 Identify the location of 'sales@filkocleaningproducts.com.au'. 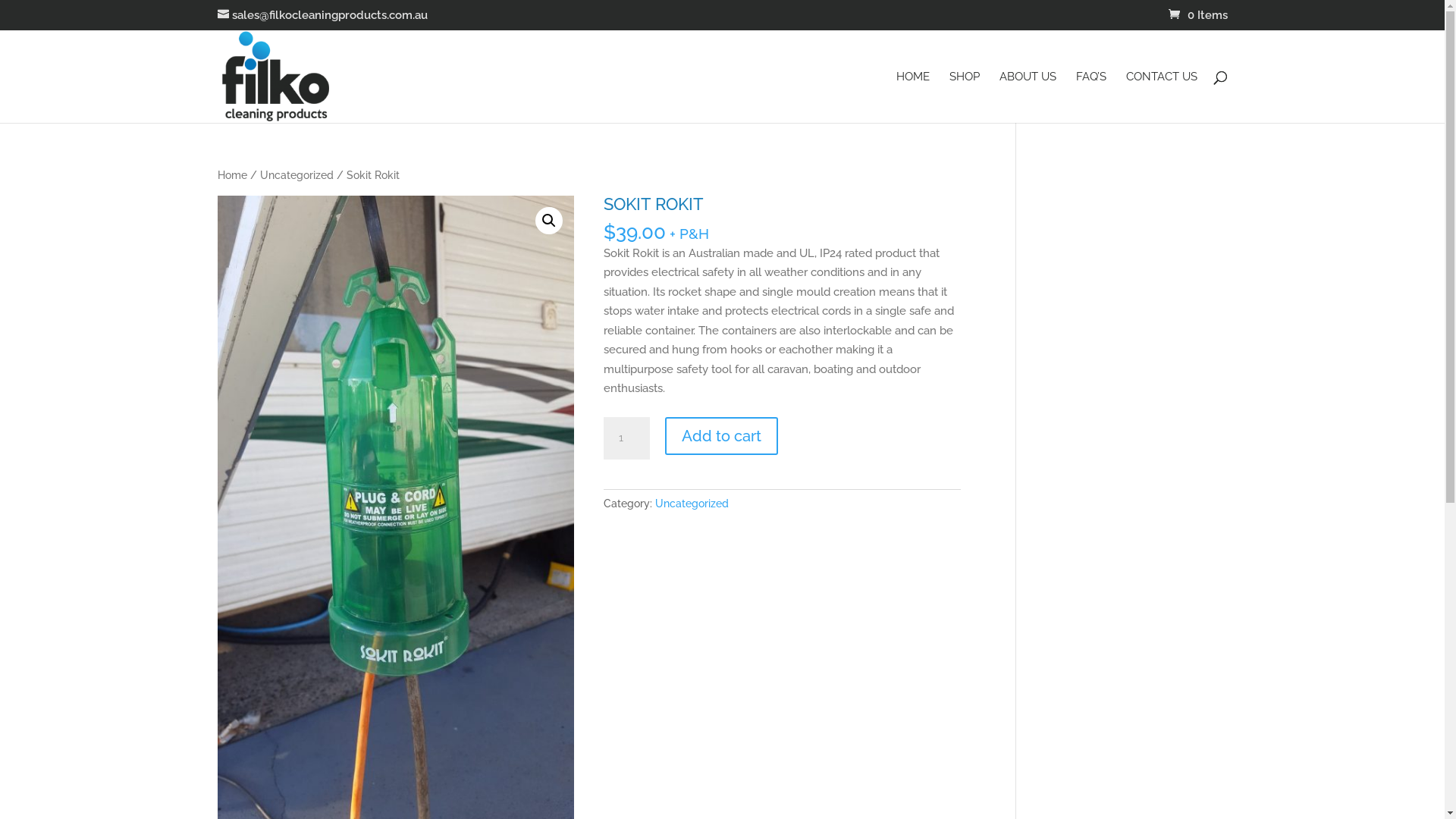
(321, 14).